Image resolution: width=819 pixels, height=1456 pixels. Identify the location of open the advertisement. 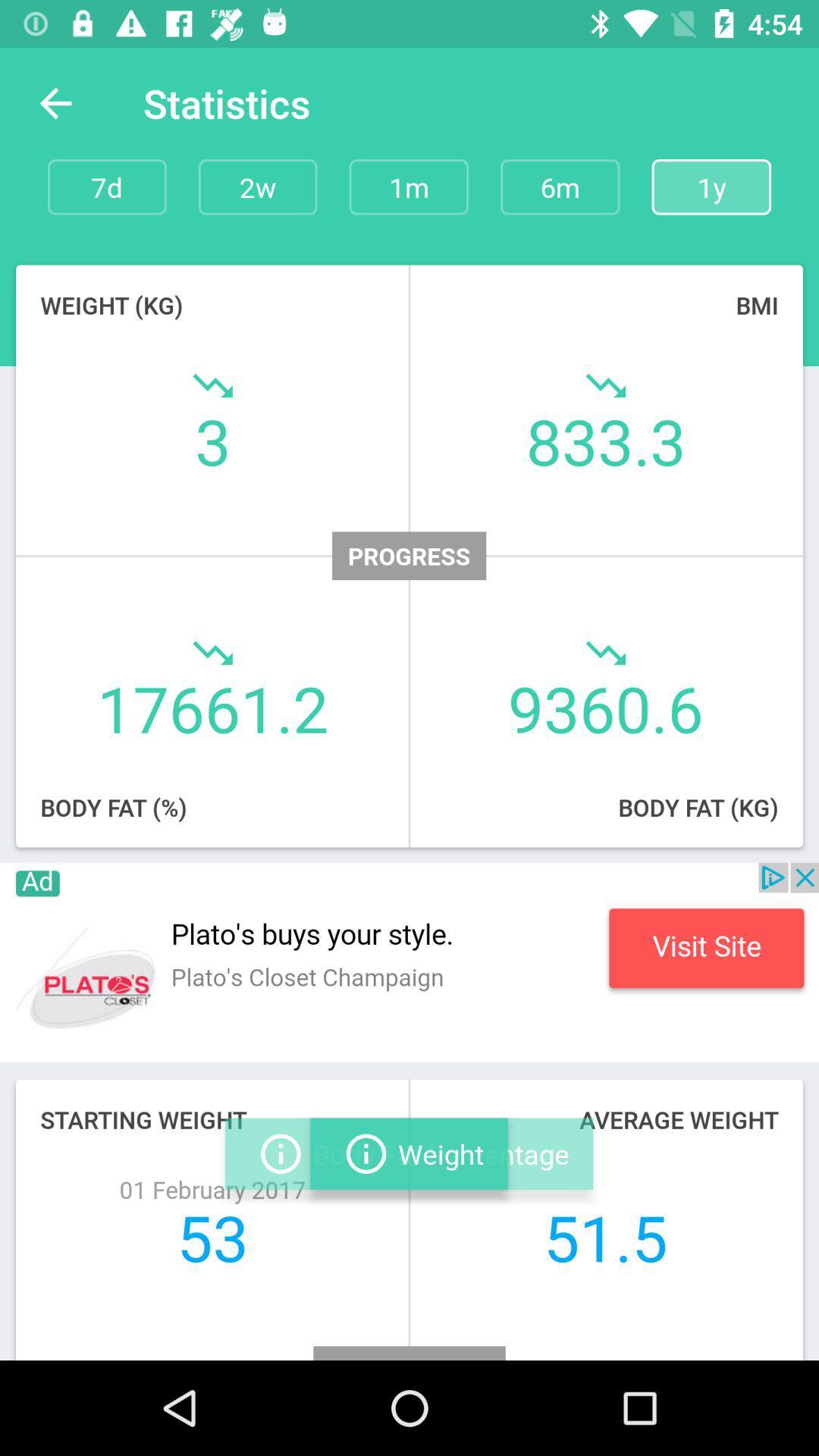
(409, 961).